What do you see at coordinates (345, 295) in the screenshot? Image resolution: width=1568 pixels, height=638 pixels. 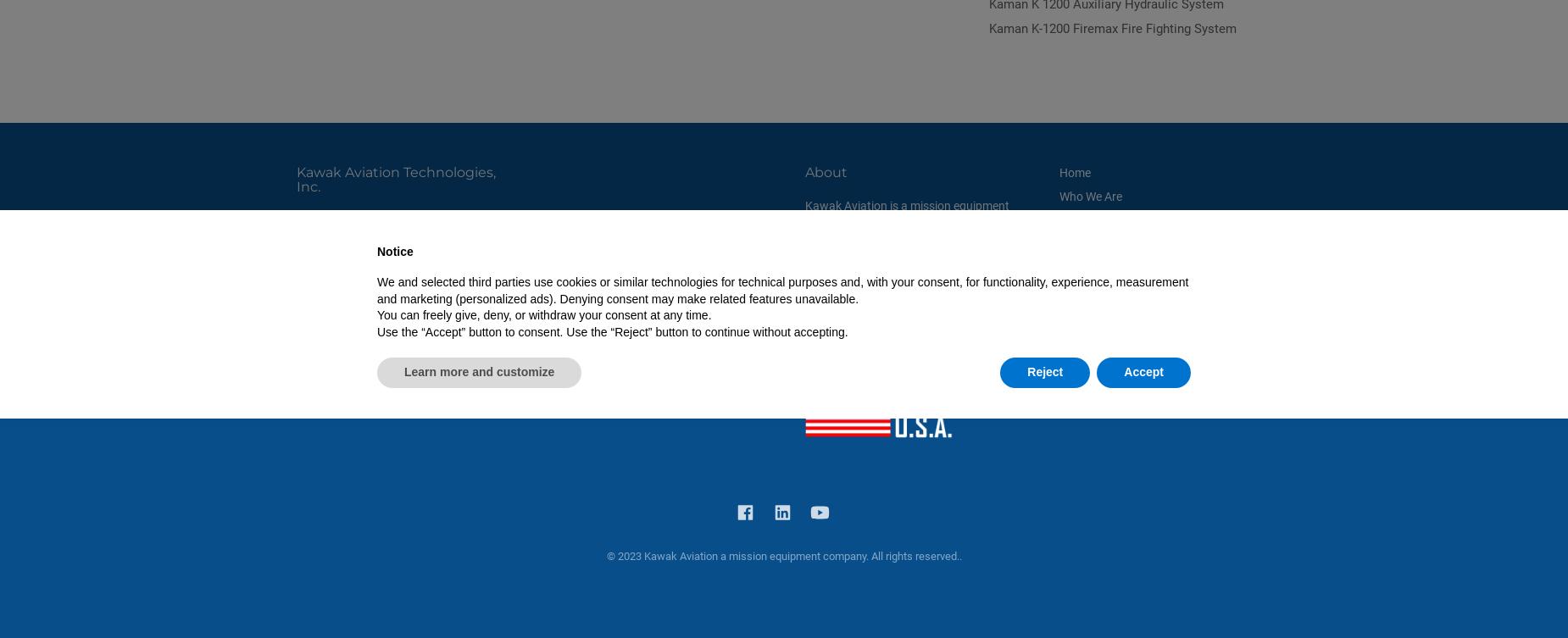 I see `'Fax:  541-617-9857'` at bounding box center [345, 295].